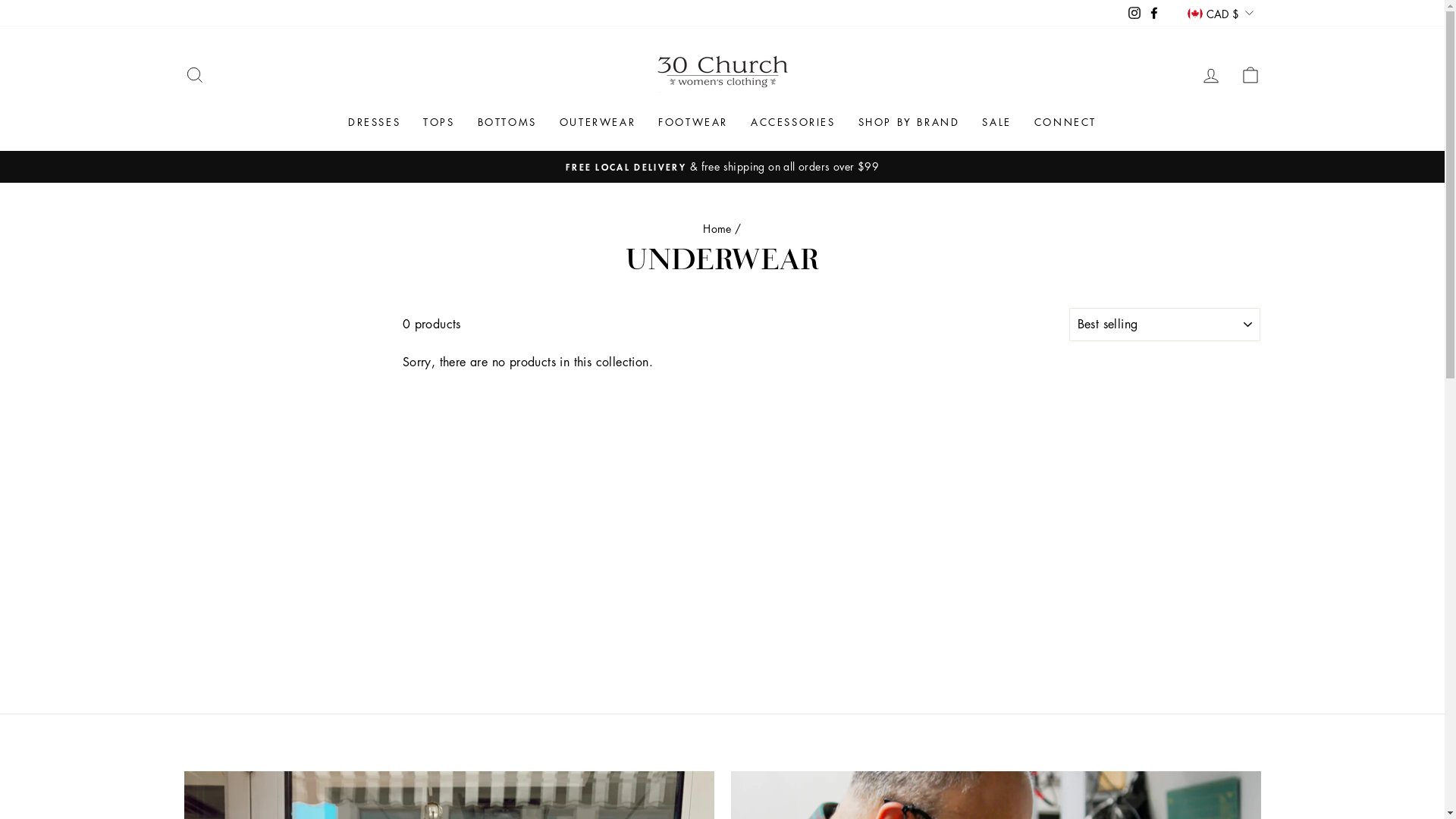  What do you see at coordinates (507, 122) in the screenshot?
I see `'BOTTOMS'` at bounding box center [507, 122].